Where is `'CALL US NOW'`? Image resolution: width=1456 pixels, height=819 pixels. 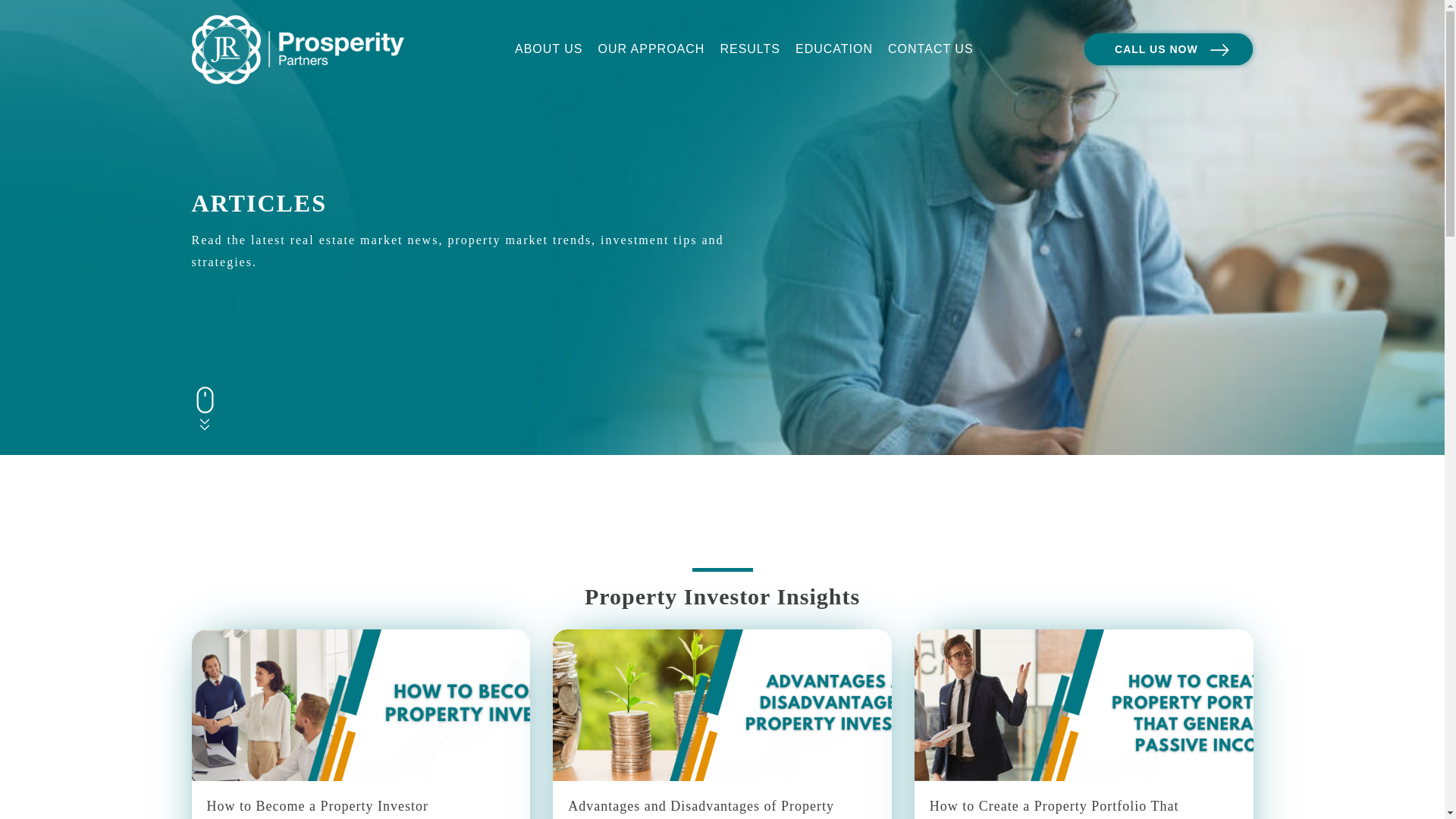 'CALL US NOW' is located at coordinates (1167, 49).